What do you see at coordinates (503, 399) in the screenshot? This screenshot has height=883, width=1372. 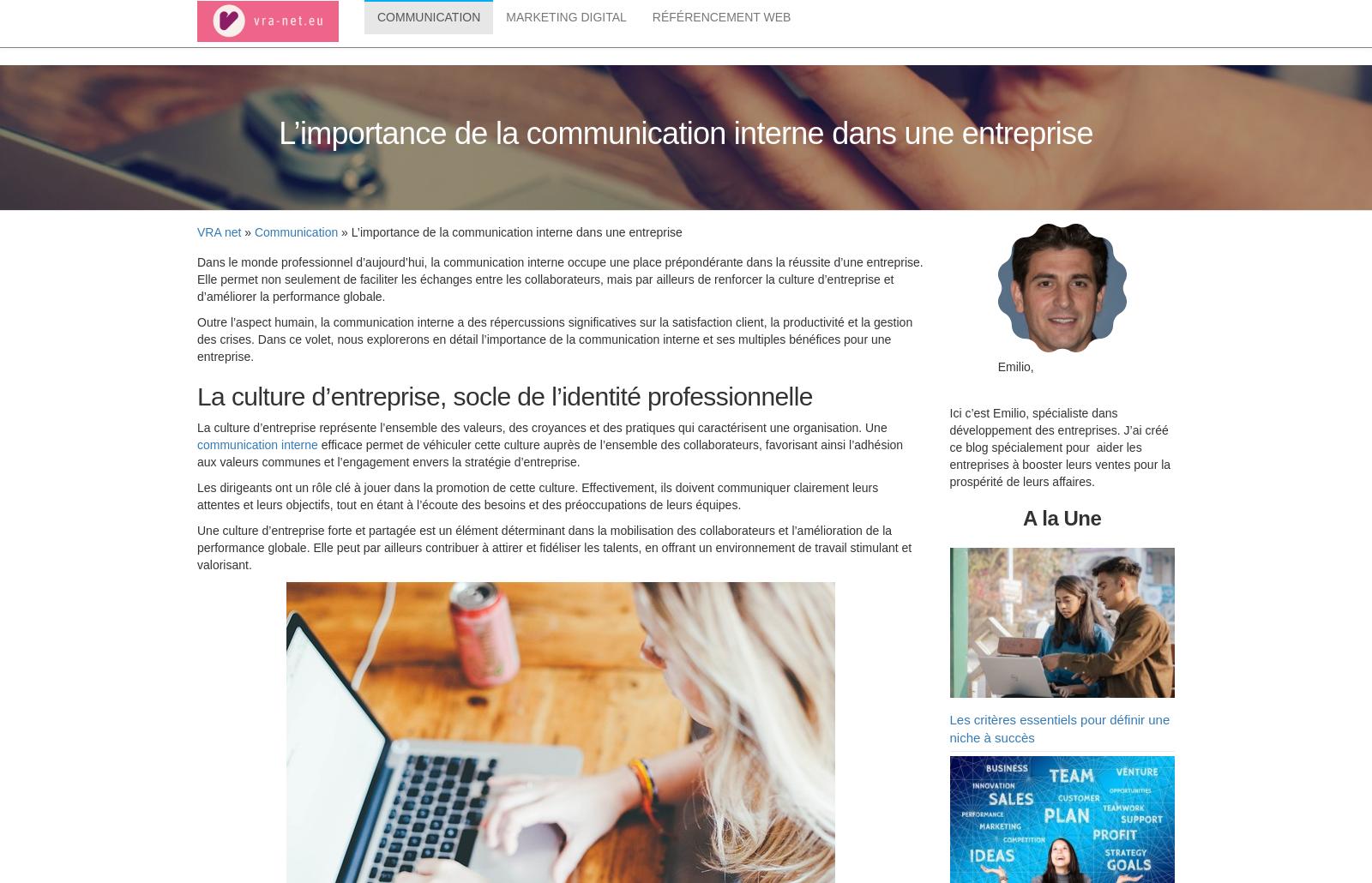 I see `'La culture d’entreprise, socle de l’identité professionnelle'` at bounding box center [503, 399].